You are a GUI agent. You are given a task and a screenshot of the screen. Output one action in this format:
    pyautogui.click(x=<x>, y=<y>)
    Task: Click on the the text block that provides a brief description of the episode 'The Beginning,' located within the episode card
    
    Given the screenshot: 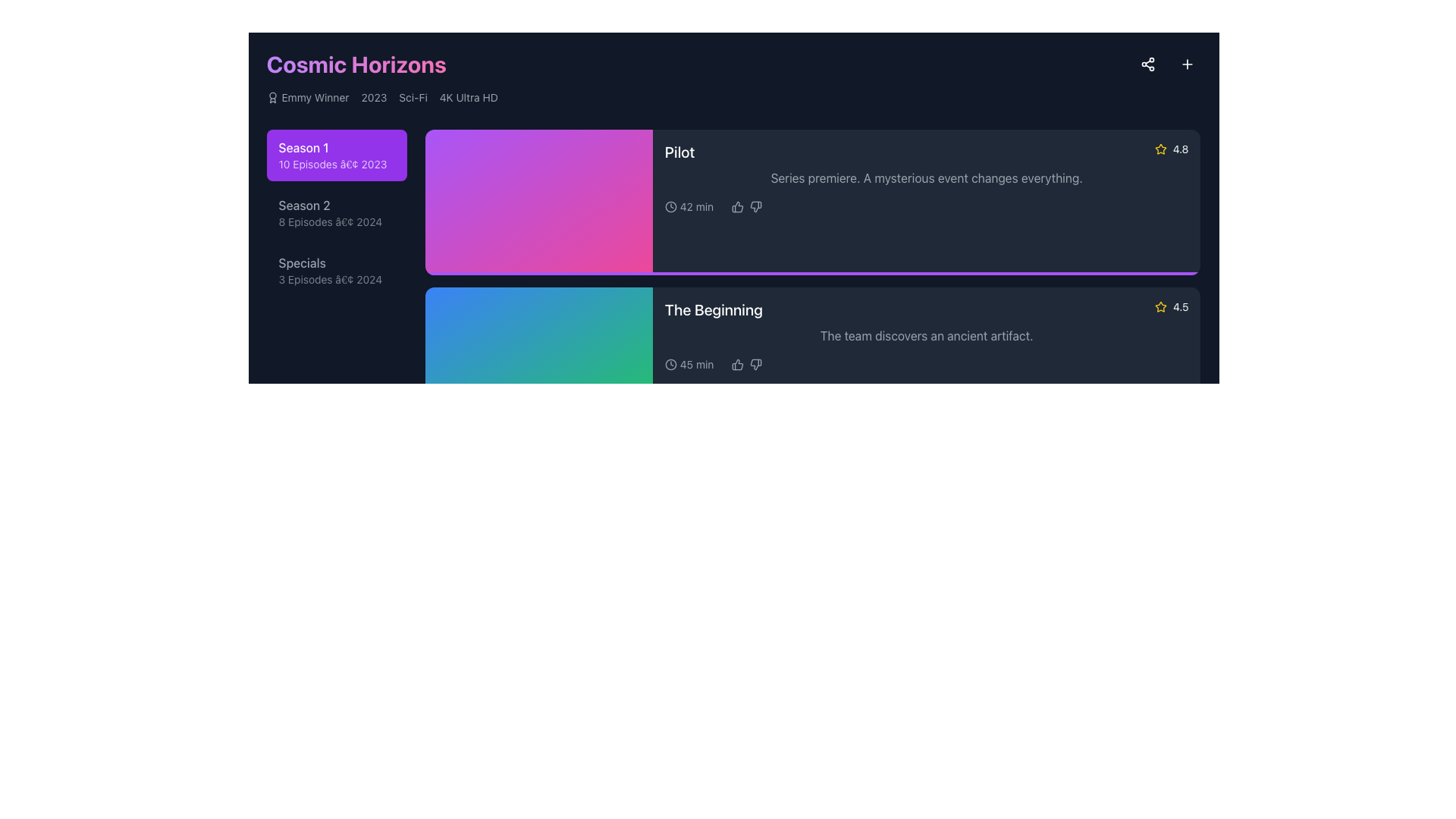 What is the action you would take?
    pyautogui.click(x=926, y=335)
    